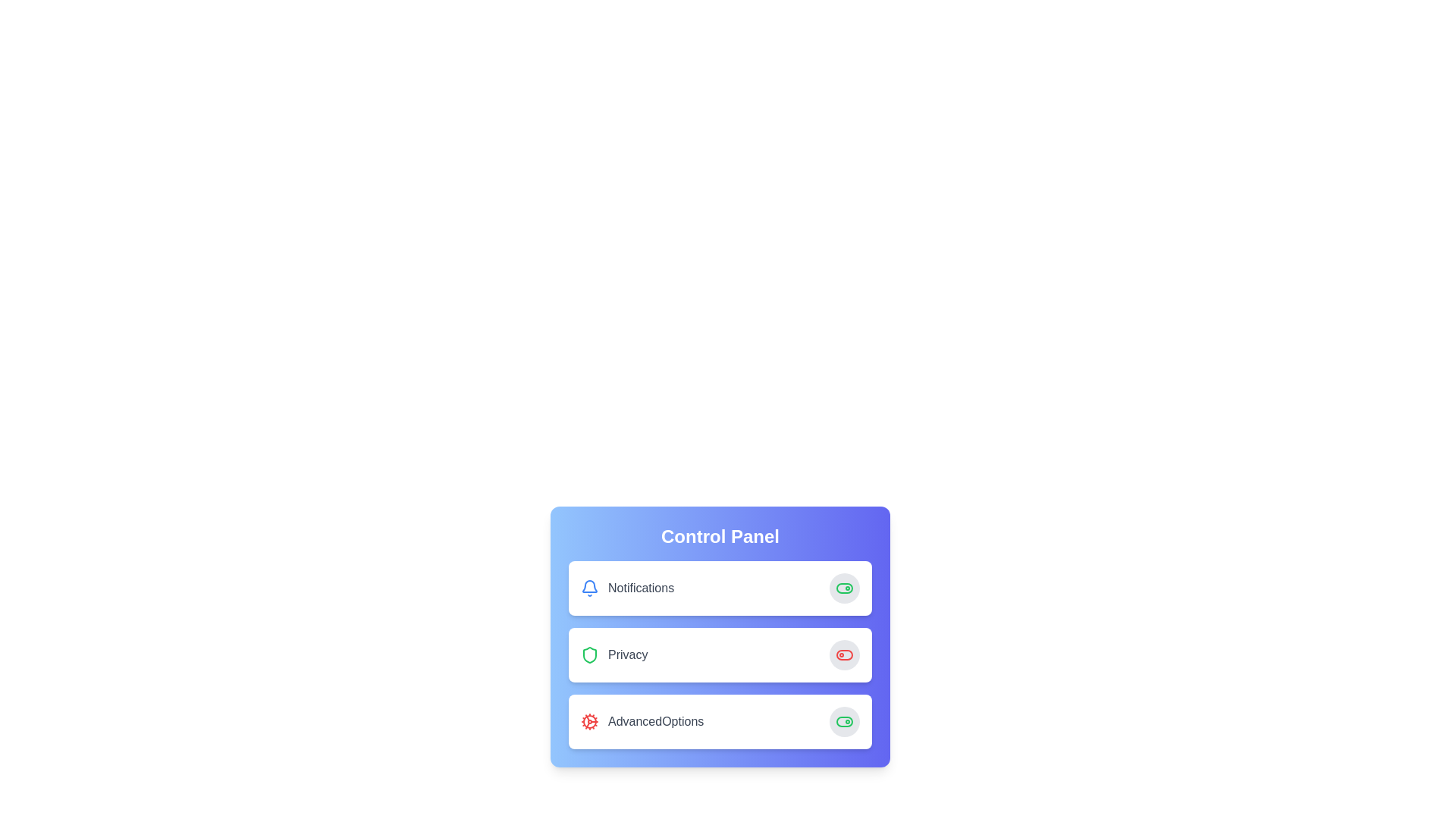  I want to click on the toggle switch for the 'AdvancedOptions' feature, so click(843, 721).